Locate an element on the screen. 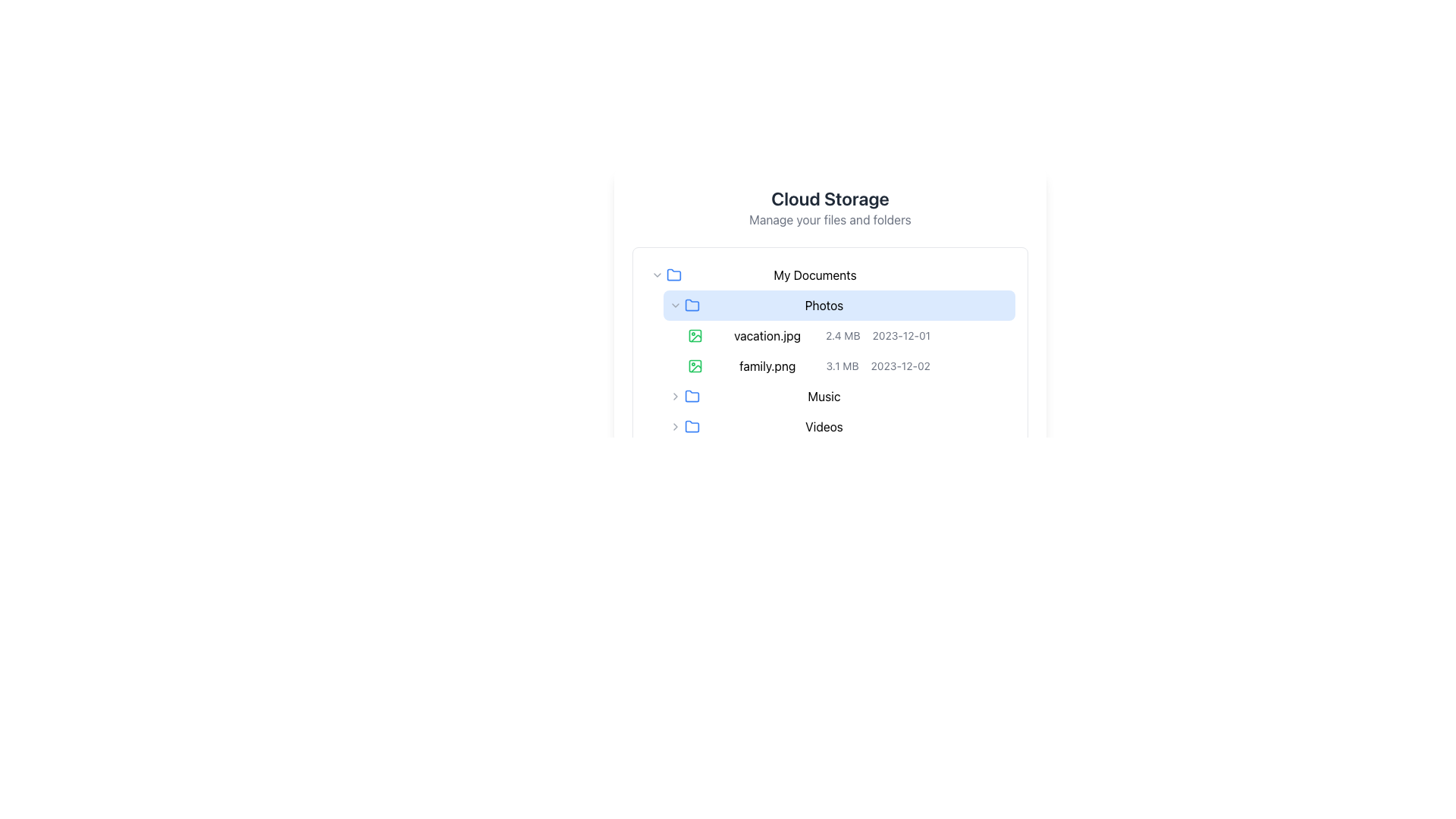  the 'Photos' folder icon located is located at coordinates (691, 304).